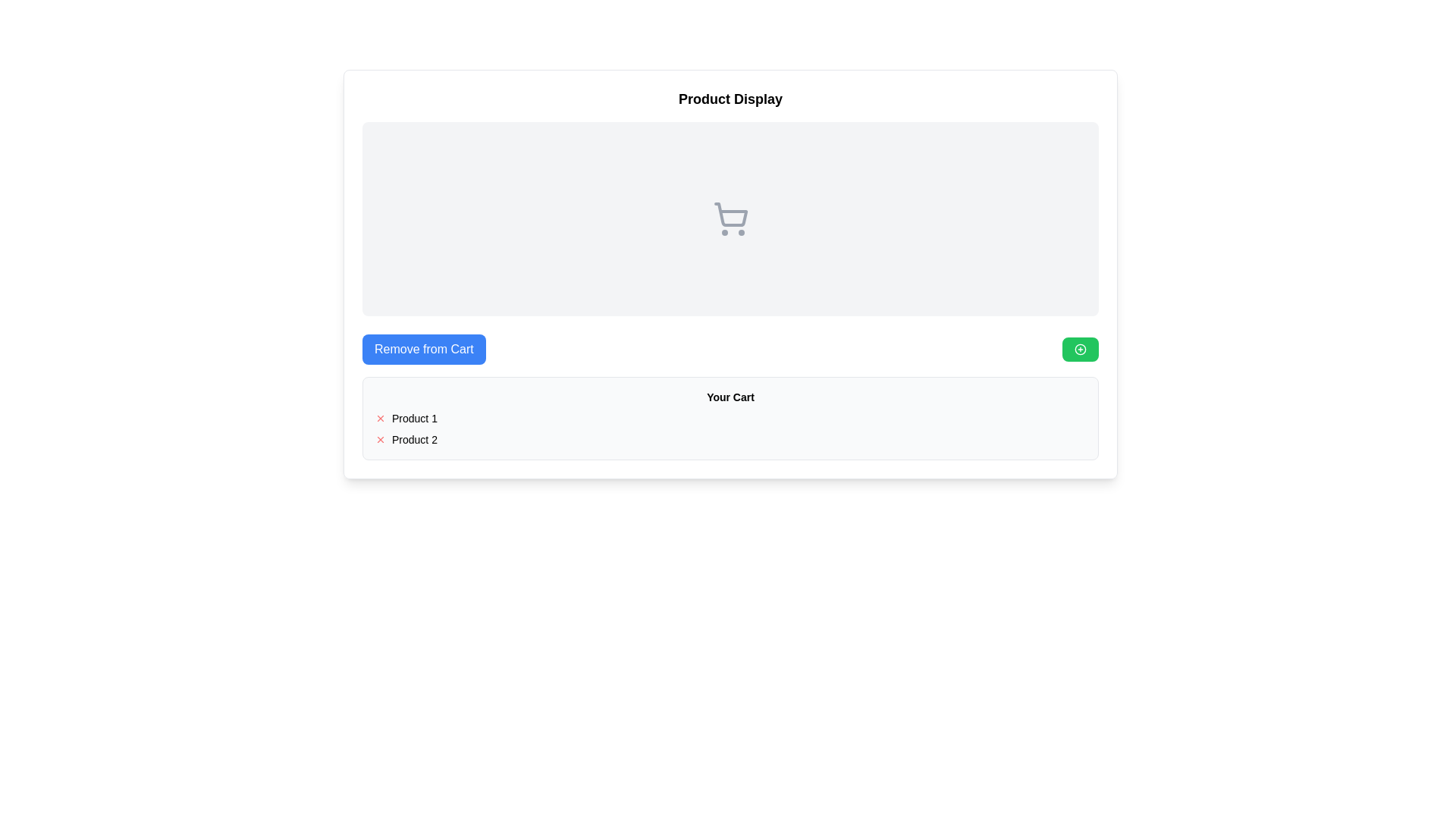 Image resolution: width=1456 pixels, height=819 pixels. I want to click on the red cross icon, so click(381, 439).